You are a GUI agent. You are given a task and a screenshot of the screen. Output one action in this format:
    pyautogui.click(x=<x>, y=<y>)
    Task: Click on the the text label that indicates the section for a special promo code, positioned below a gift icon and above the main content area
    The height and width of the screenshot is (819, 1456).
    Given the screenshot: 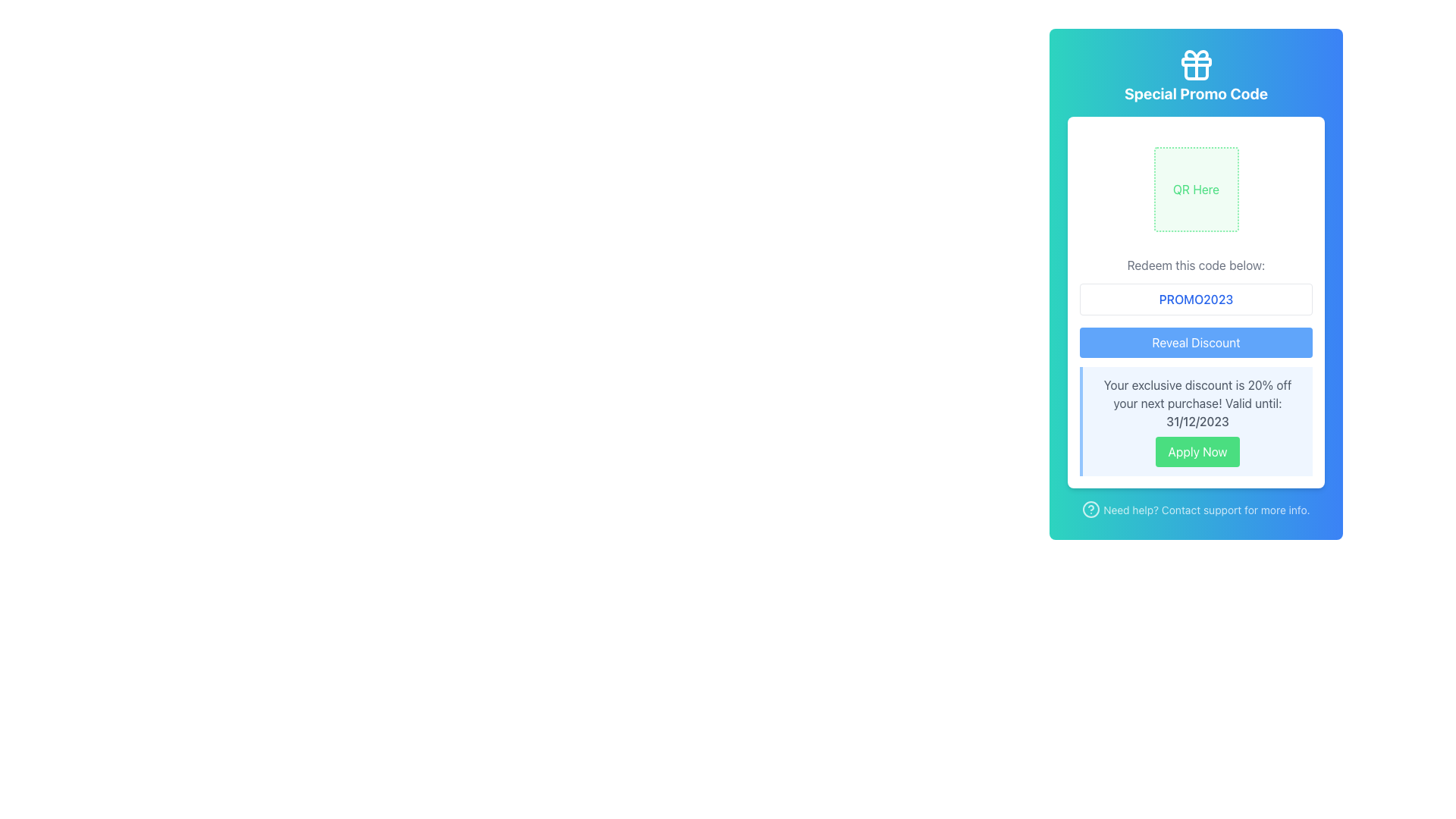 What is the action you would take?
    pyautogui.click(x=1195, y=93)
    